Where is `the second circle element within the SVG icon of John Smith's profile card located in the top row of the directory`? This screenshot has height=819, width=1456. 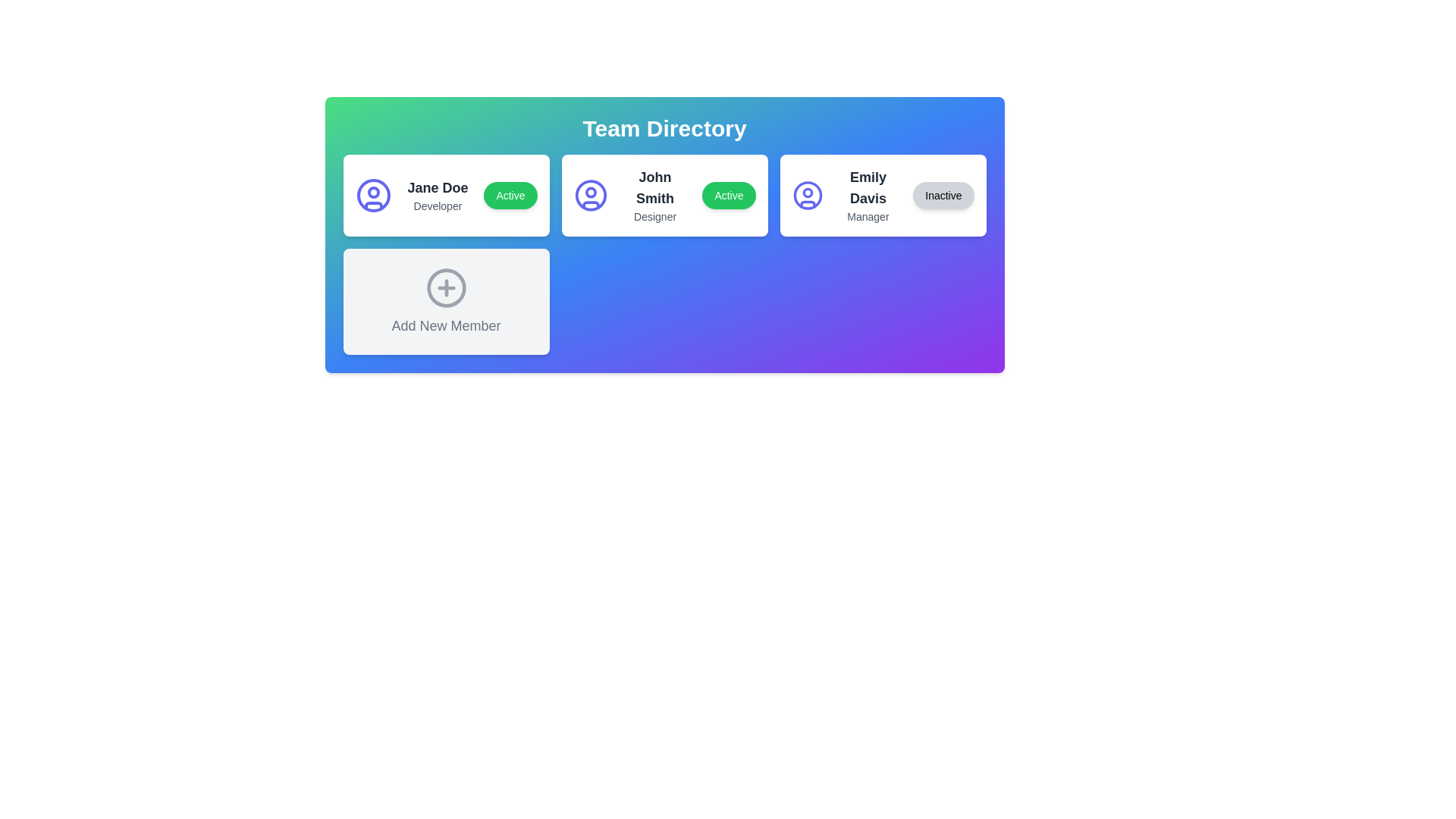 the second circle element within the SVG icon of John Smith's profile card located in the top row of the directory is located at coordinates (590, 192).